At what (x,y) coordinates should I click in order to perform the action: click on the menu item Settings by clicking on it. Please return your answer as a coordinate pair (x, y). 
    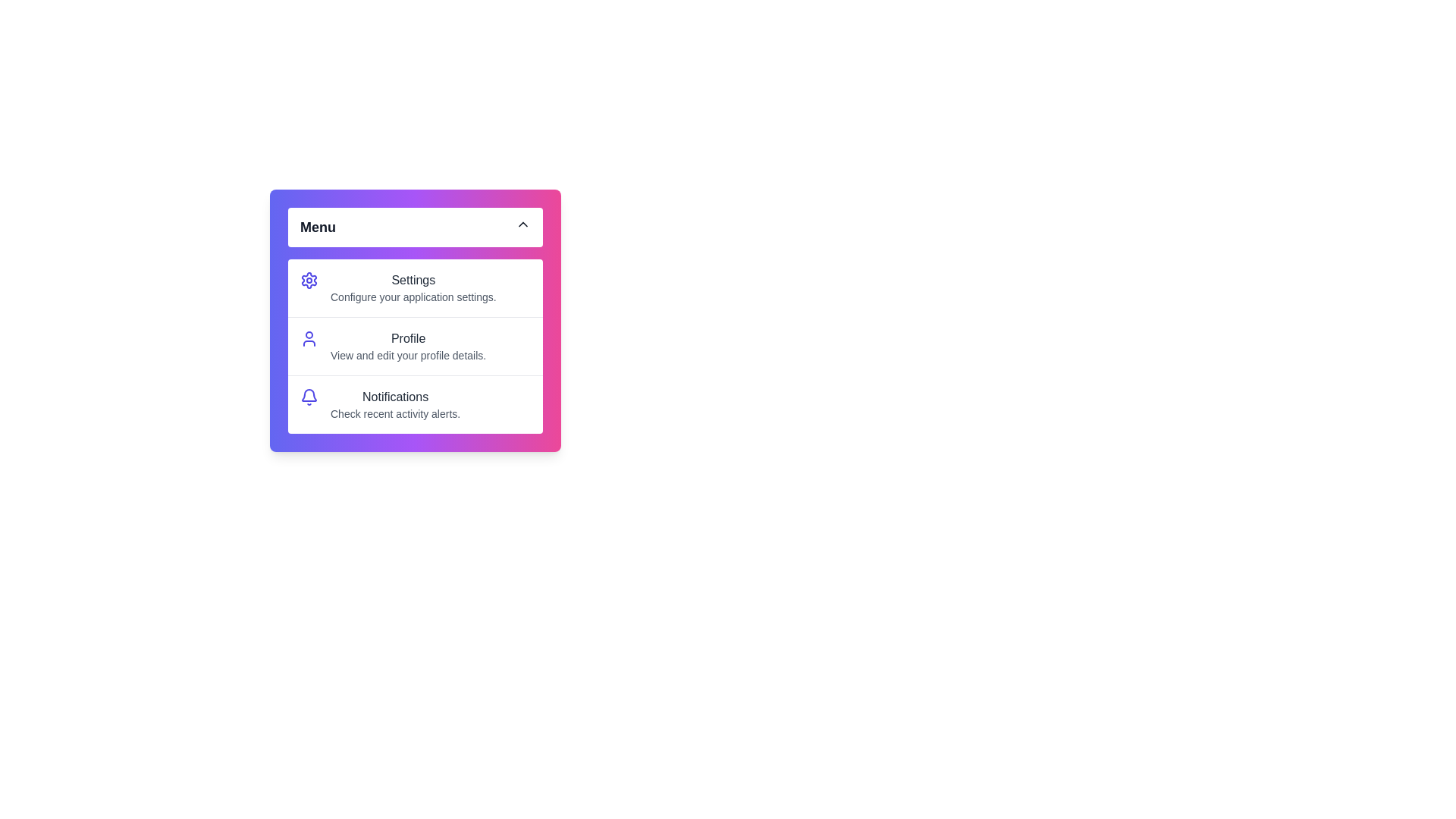
    Looking at the image, I should click on (415, 288).